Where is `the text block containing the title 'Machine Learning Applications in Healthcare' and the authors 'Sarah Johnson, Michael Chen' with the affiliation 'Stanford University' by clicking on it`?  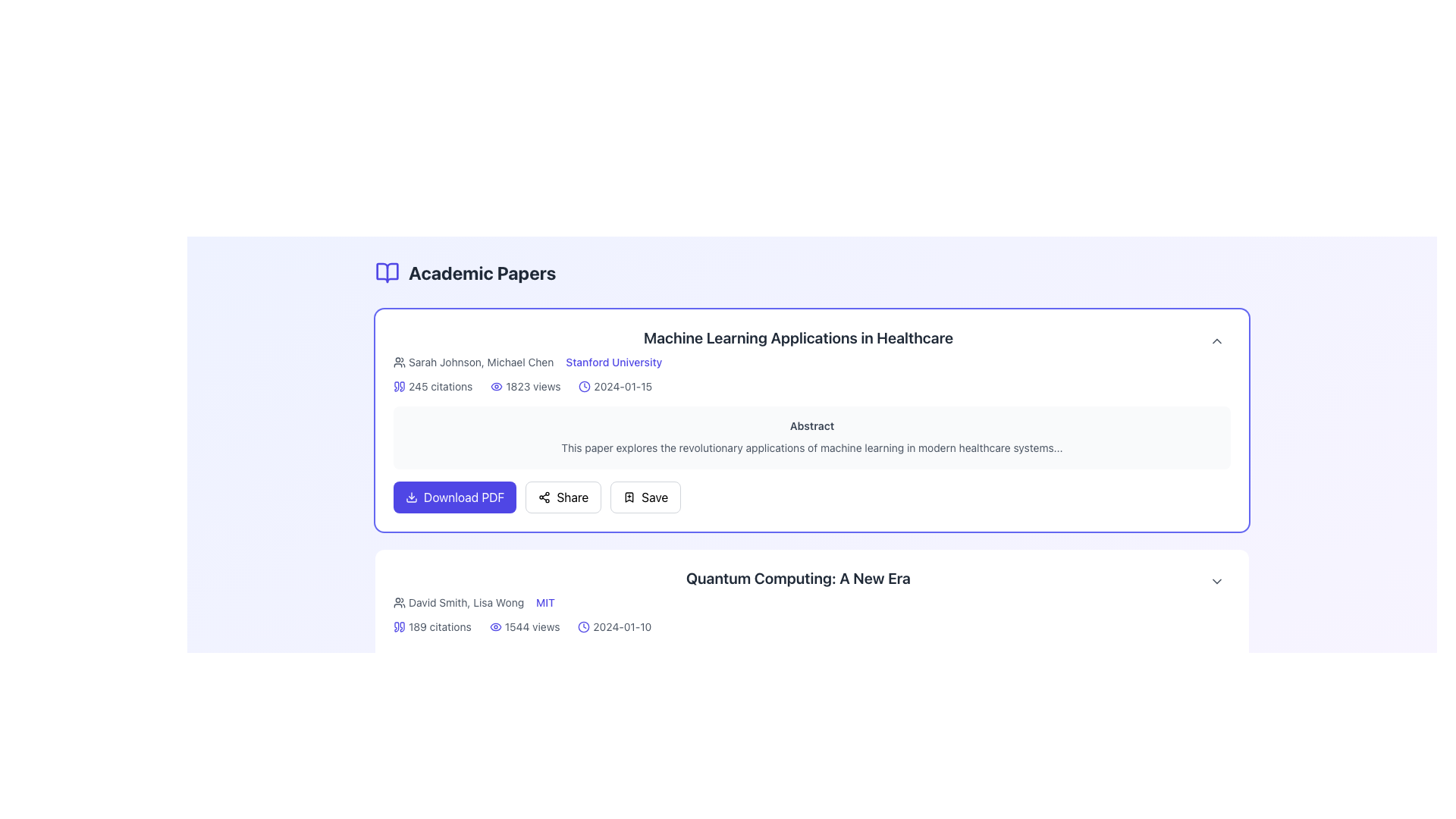 the text block containing the title 'Machine Learning Applications in Healthcare' and the authors 'Sarah Johnson, Michael Chen' with the affiliation 'Stanford University' by clicking on it is located at coordinates (797, 353).